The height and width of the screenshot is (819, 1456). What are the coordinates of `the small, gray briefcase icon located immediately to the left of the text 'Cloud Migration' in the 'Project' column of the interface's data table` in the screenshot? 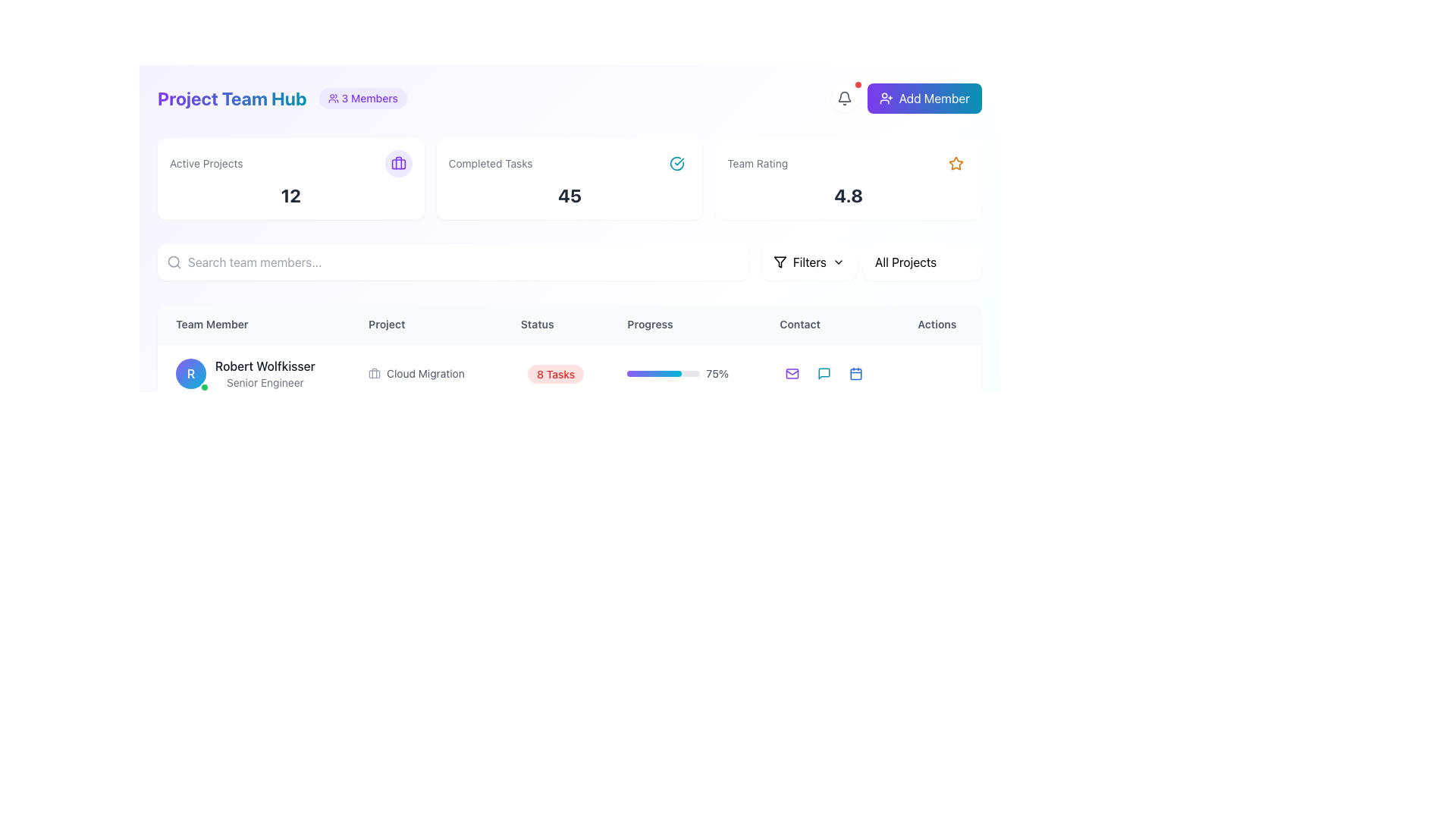 It's located at (375, 374).